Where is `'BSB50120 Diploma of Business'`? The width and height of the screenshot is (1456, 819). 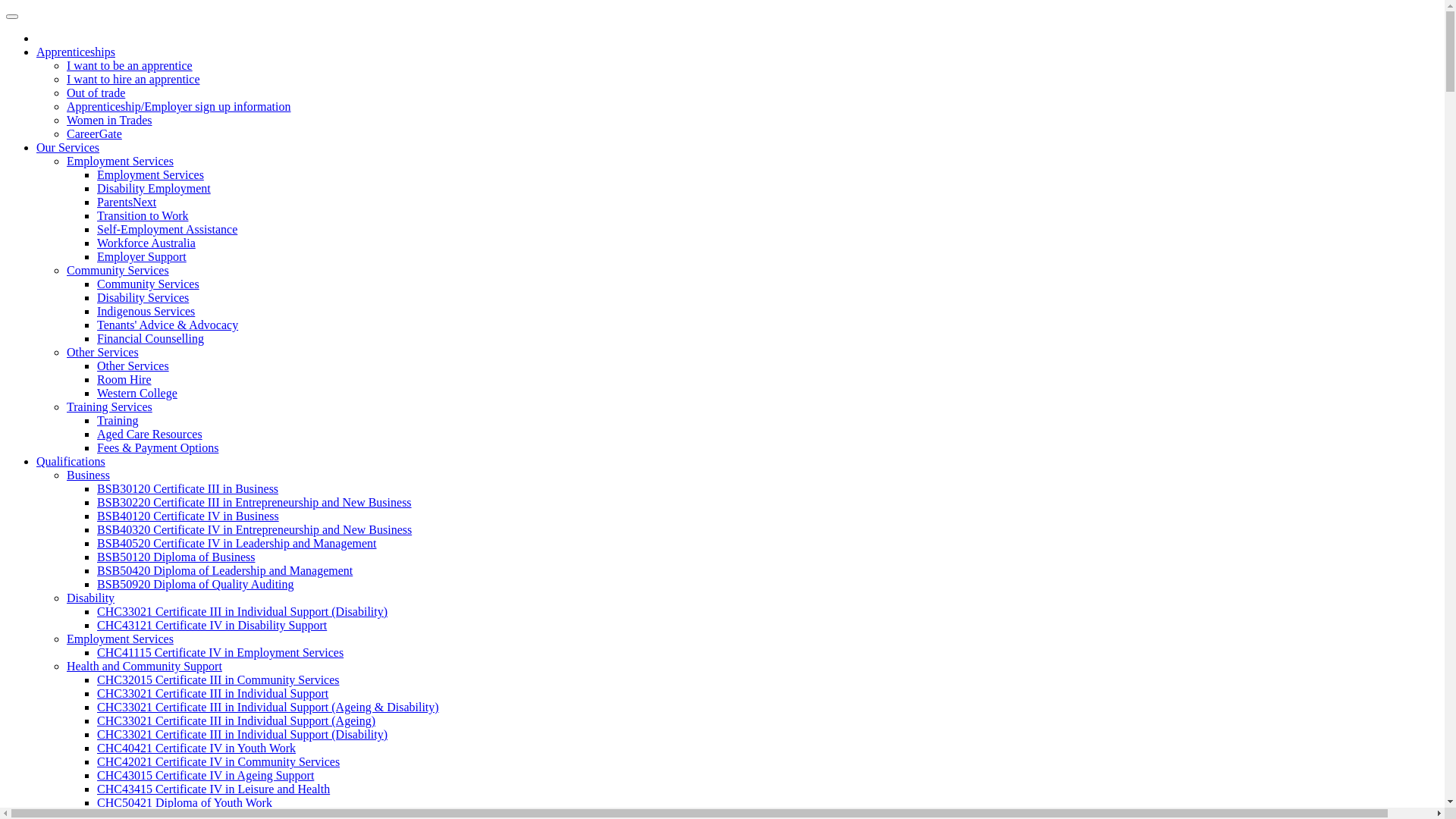 'BSB50120 Diploma of Business' is located at coordinates (175, 557).